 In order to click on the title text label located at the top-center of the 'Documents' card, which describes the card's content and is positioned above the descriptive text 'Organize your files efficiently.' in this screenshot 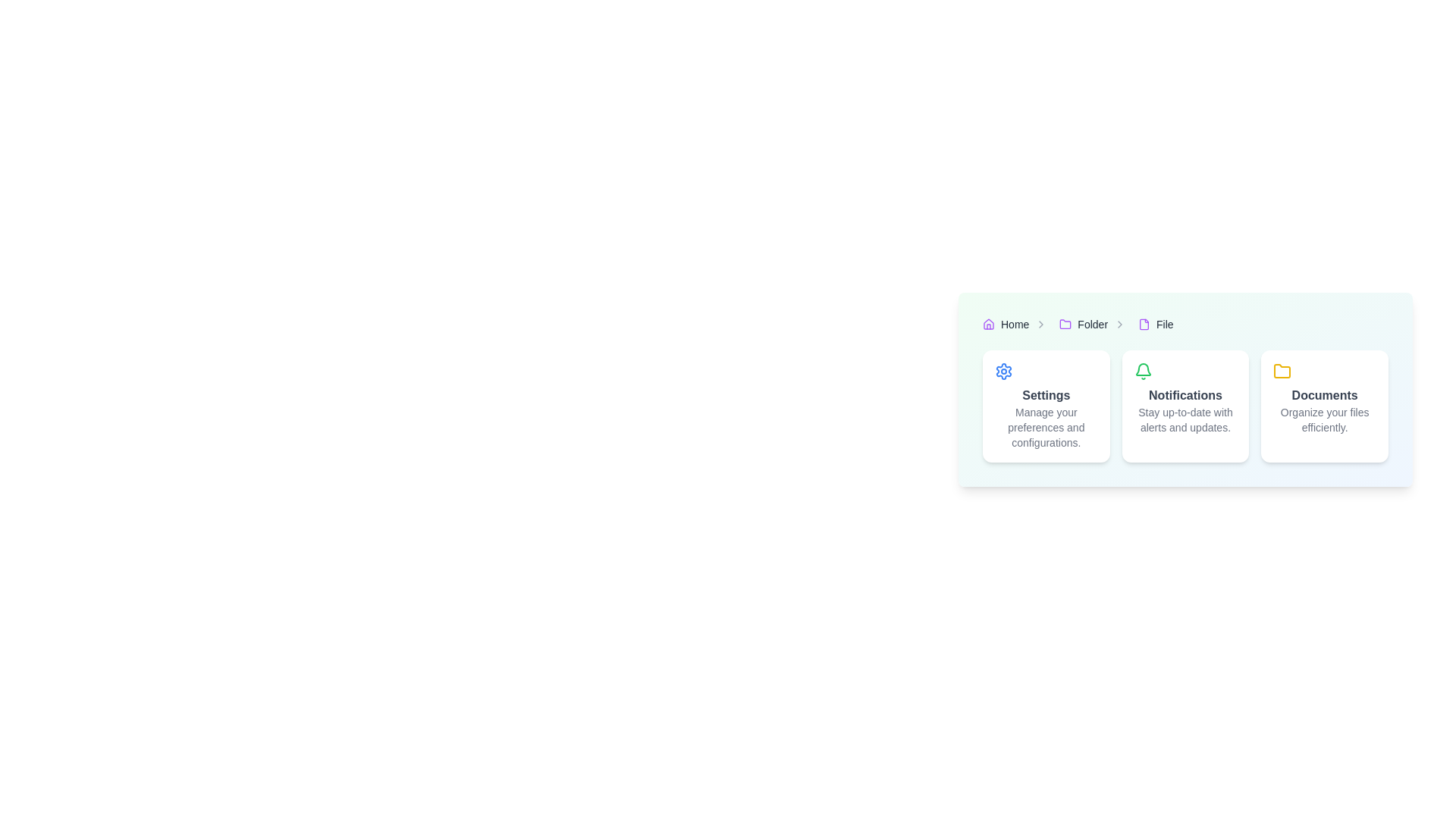, I will do `click(1324, 394)`.